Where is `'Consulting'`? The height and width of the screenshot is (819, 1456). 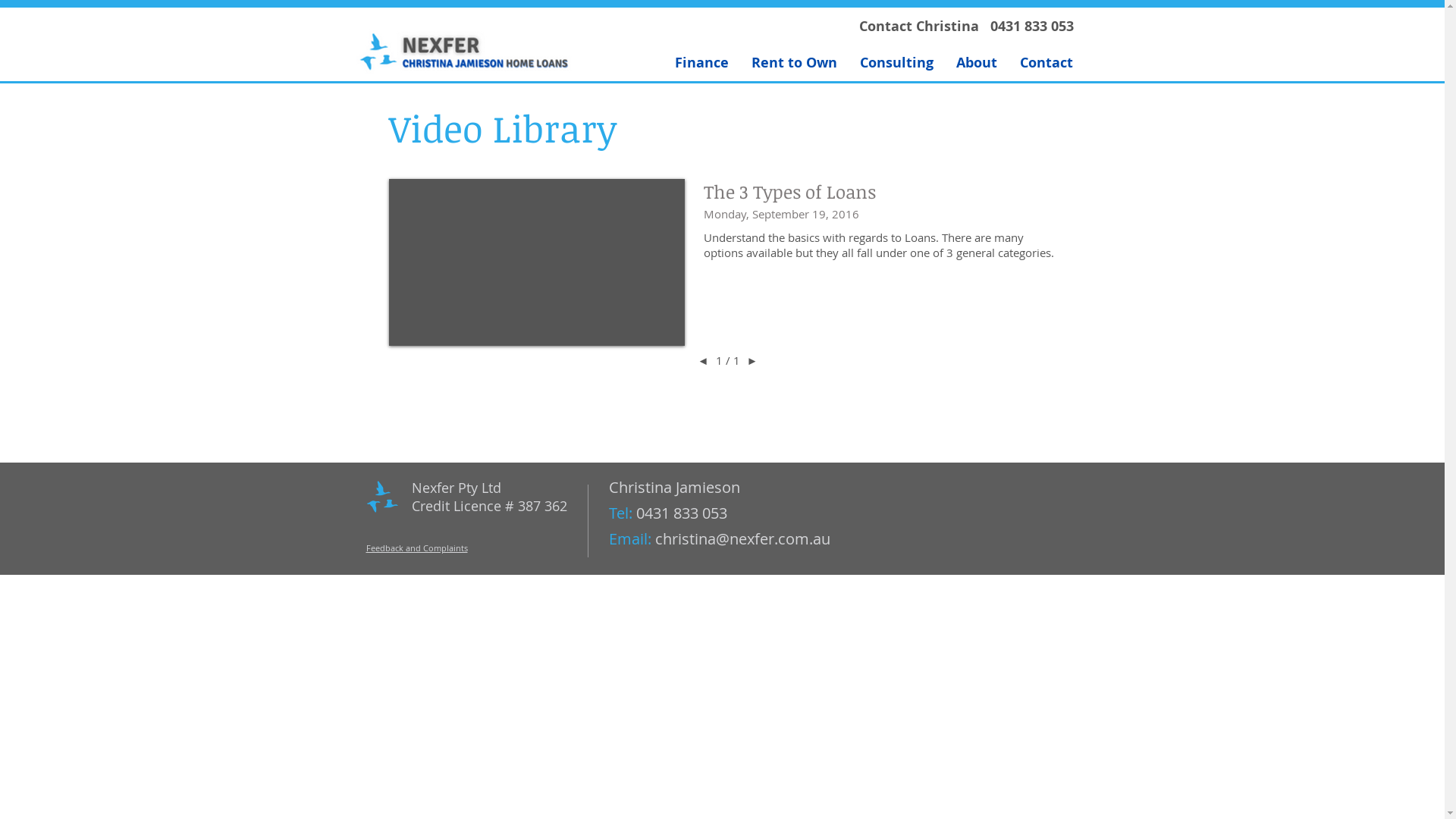 'Consulting' is located at coordinates (896, 61).